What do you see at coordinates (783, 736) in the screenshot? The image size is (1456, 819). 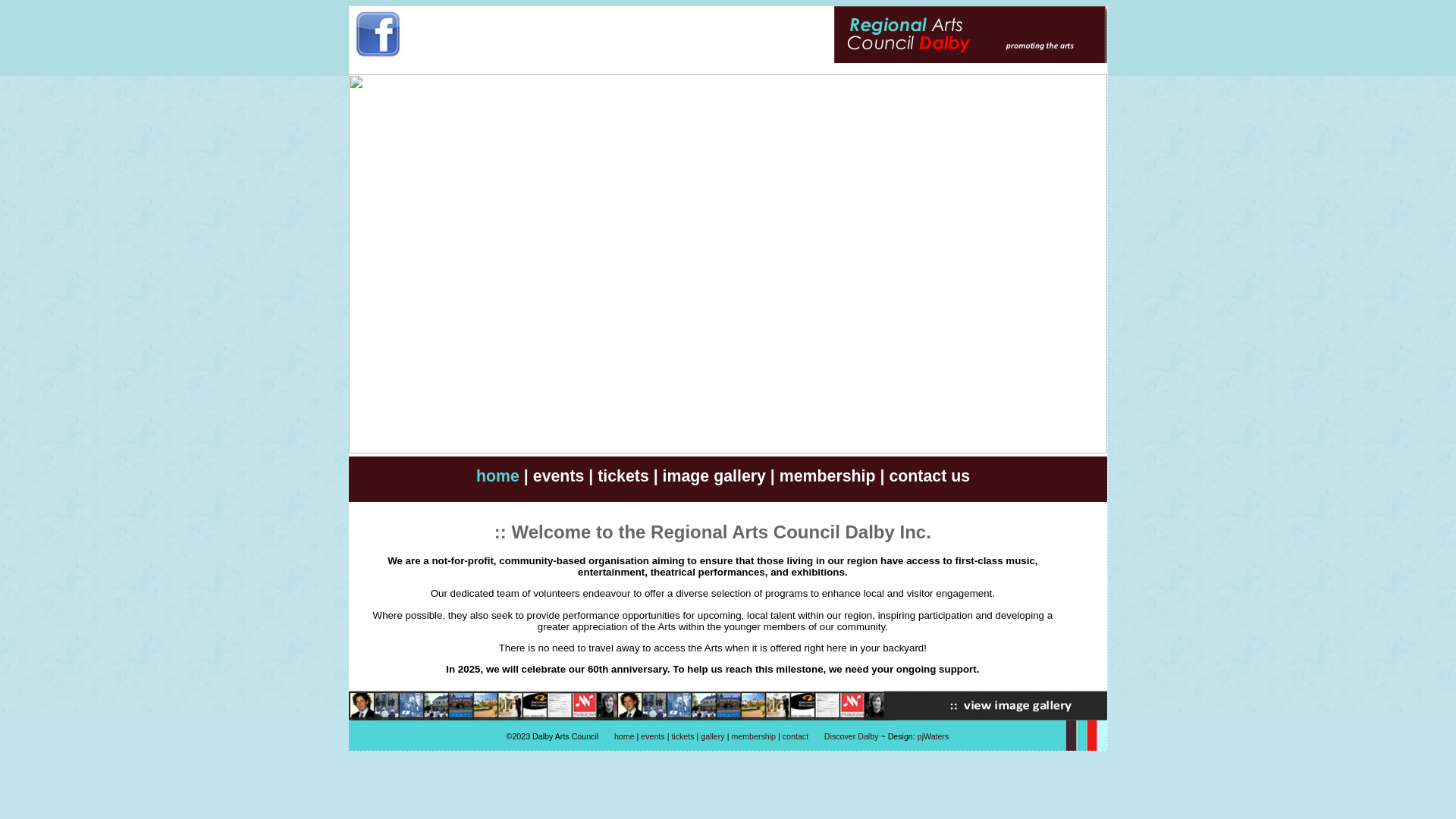 I see `'contact'` at bounding box center [783, 736].